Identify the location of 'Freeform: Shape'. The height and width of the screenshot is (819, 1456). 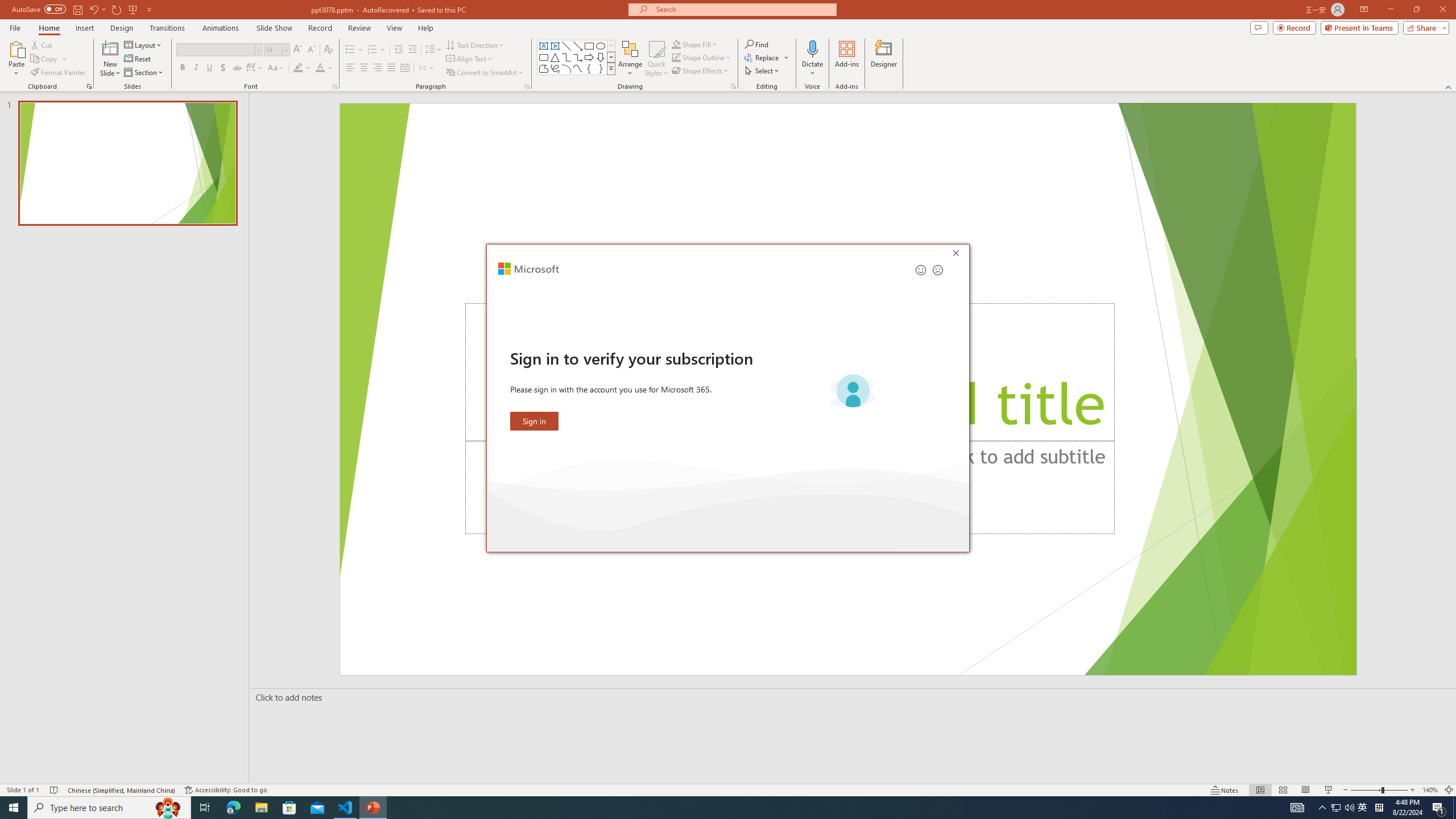
(543, 68).